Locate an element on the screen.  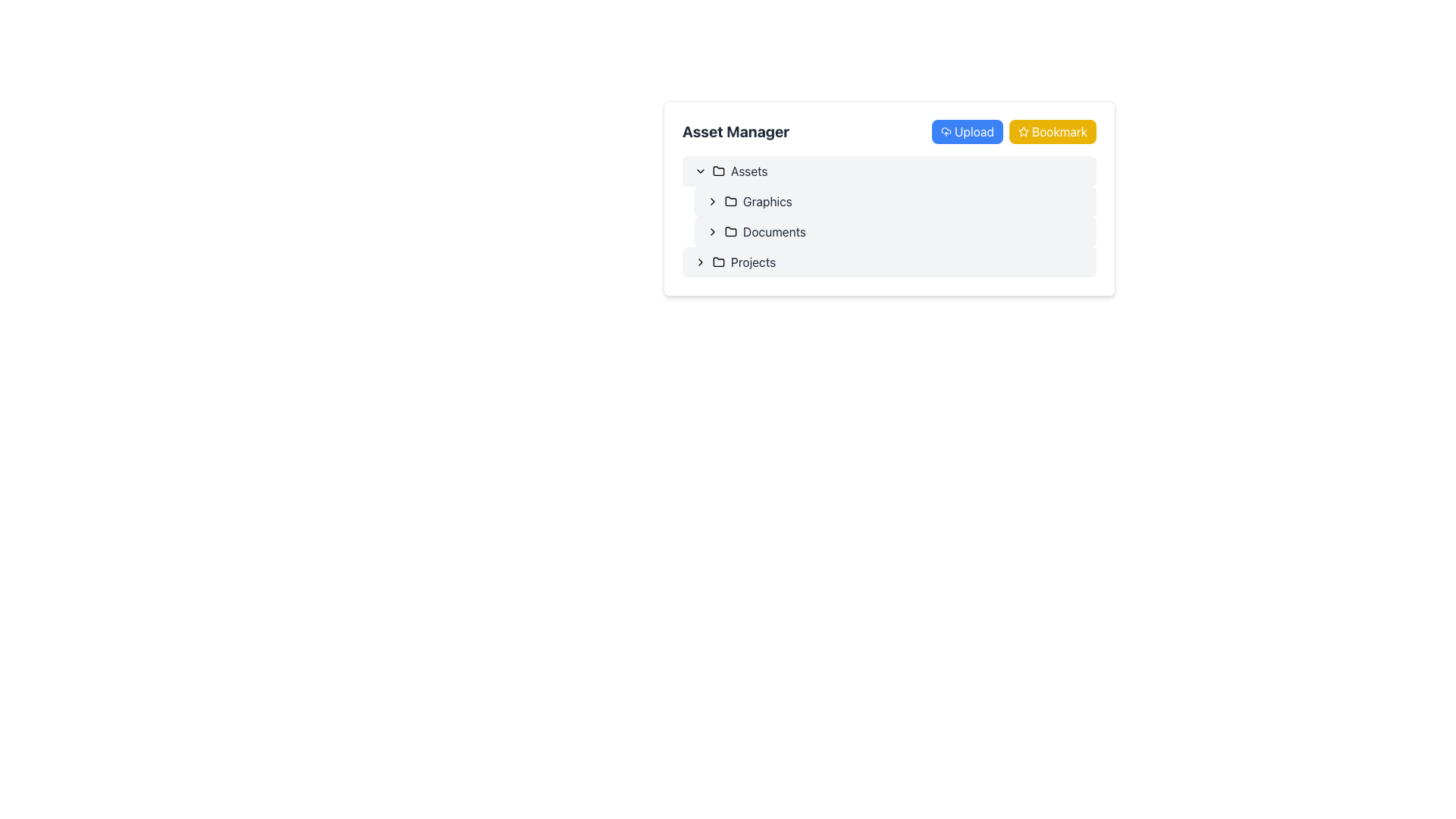
the chevron next to 'Documents' in the hierarchical navigation list is located at coordinates (895, 216).